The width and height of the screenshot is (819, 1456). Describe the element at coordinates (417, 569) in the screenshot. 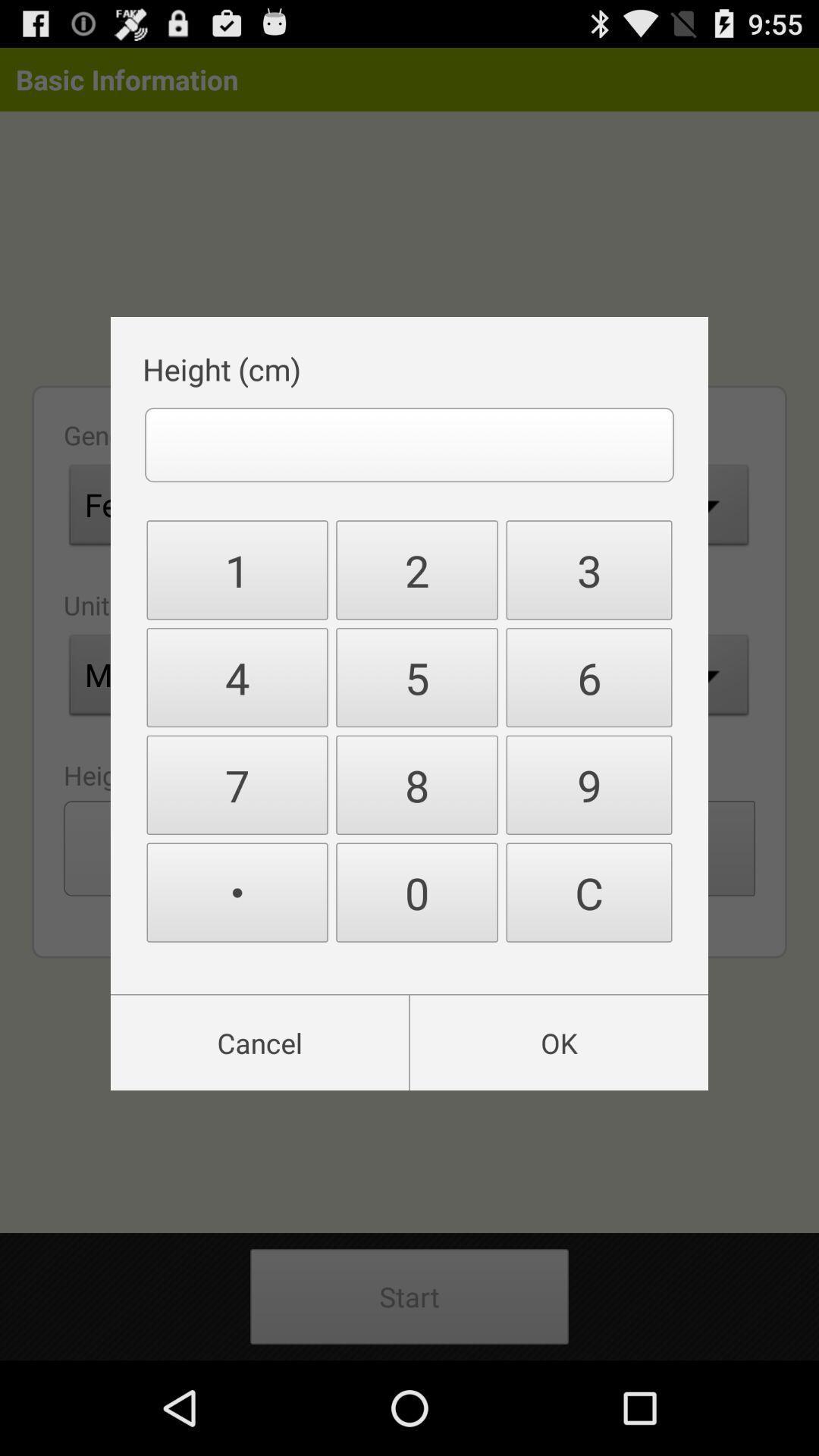

I see `the item above the 4` at that location.